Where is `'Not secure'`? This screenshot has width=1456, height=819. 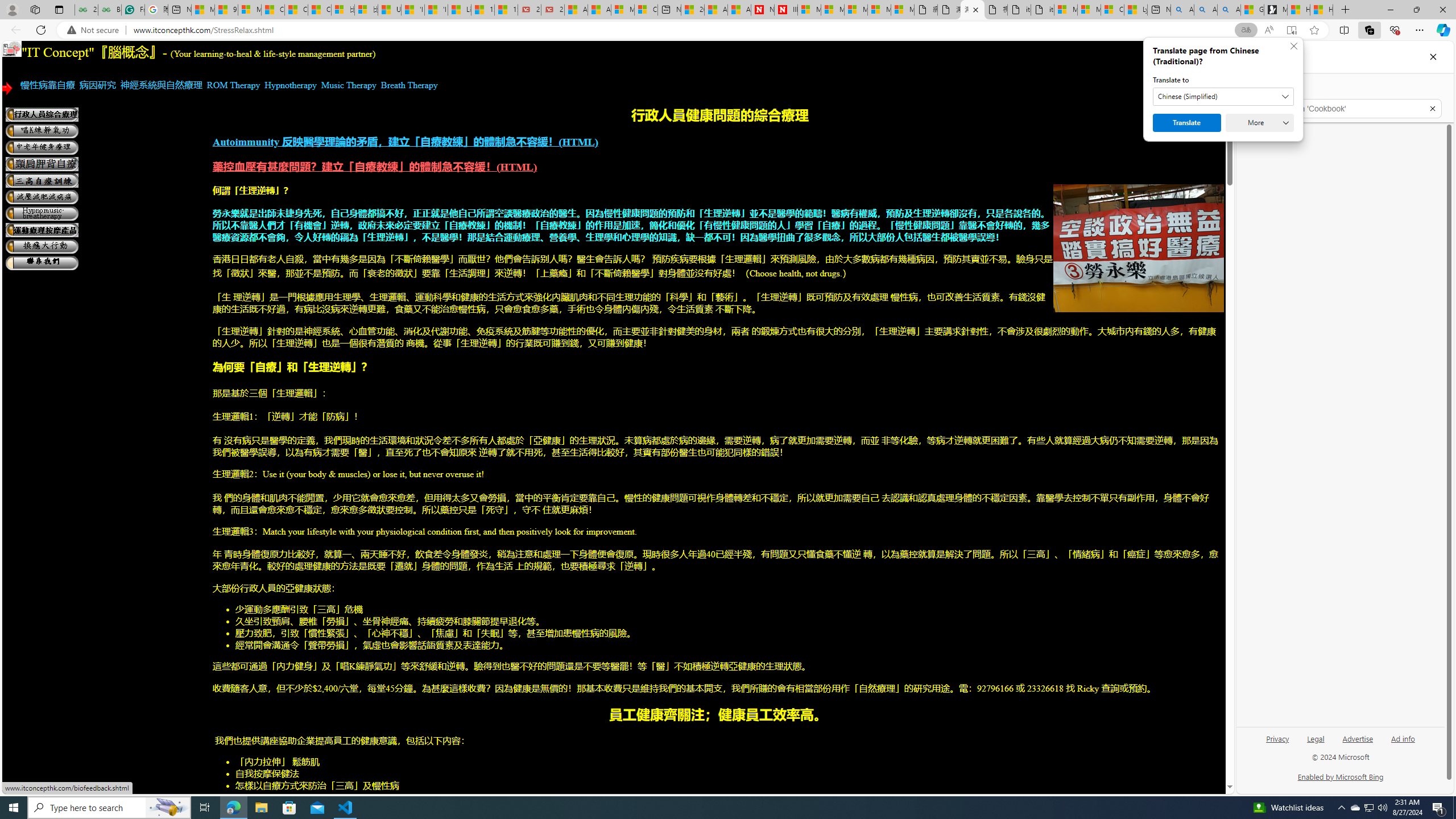 'Not secure' is located at coordinates (95, 30).